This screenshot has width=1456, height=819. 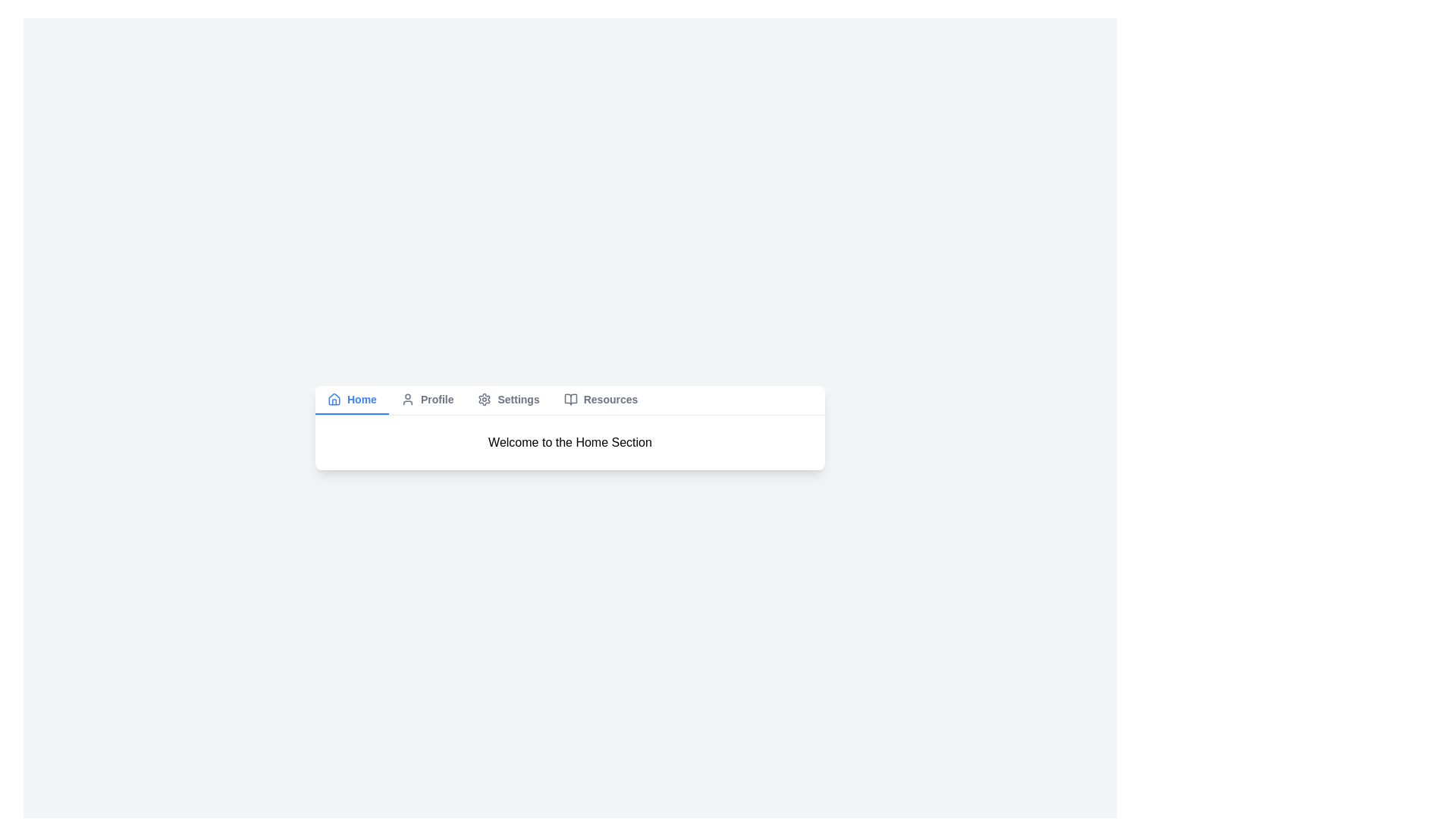 What do you see at coordinates (426, 398) in the screenshot?
I see `text label 'Profile' located in the navigation bar, which is styled in bold gray text and positioned next to a user profile icon` at bounding box center [426, 398].